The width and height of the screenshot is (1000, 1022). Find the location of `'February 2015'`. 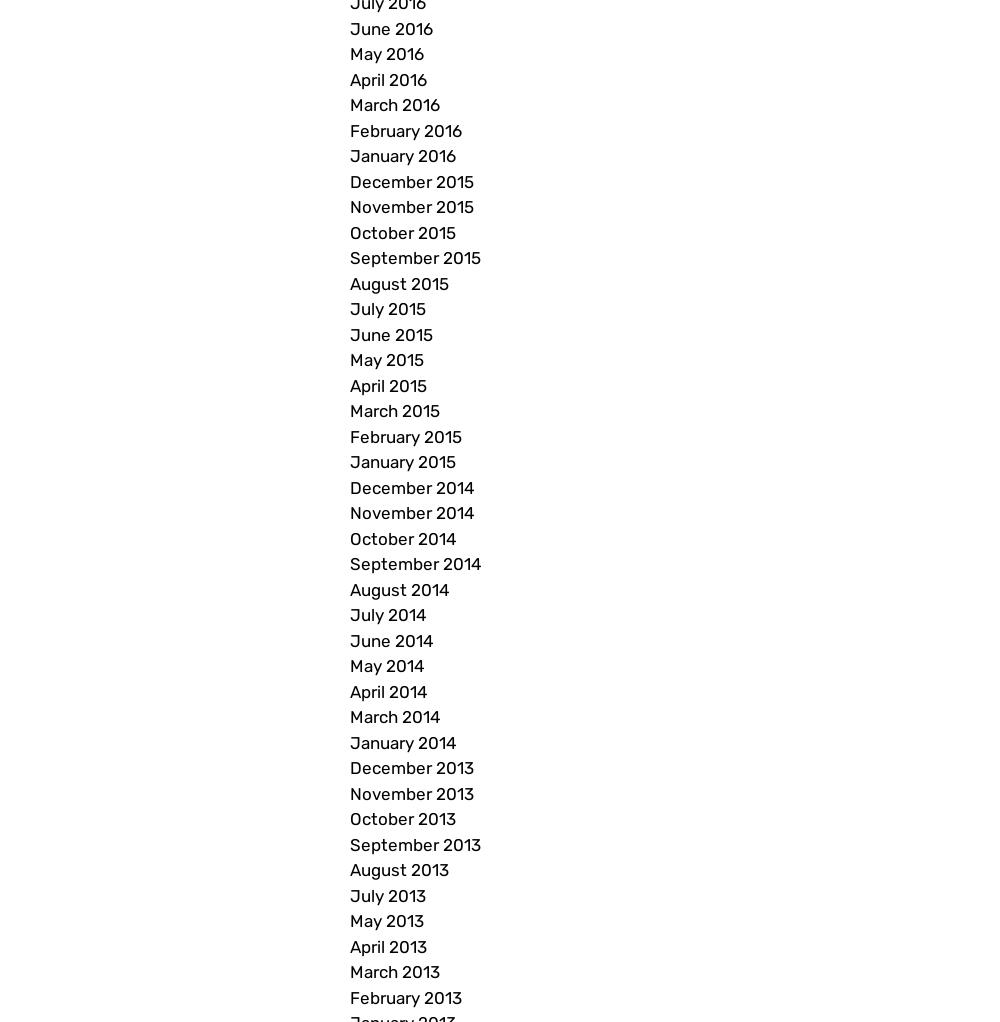

'February 2015' is located at coordinates (406, 435).